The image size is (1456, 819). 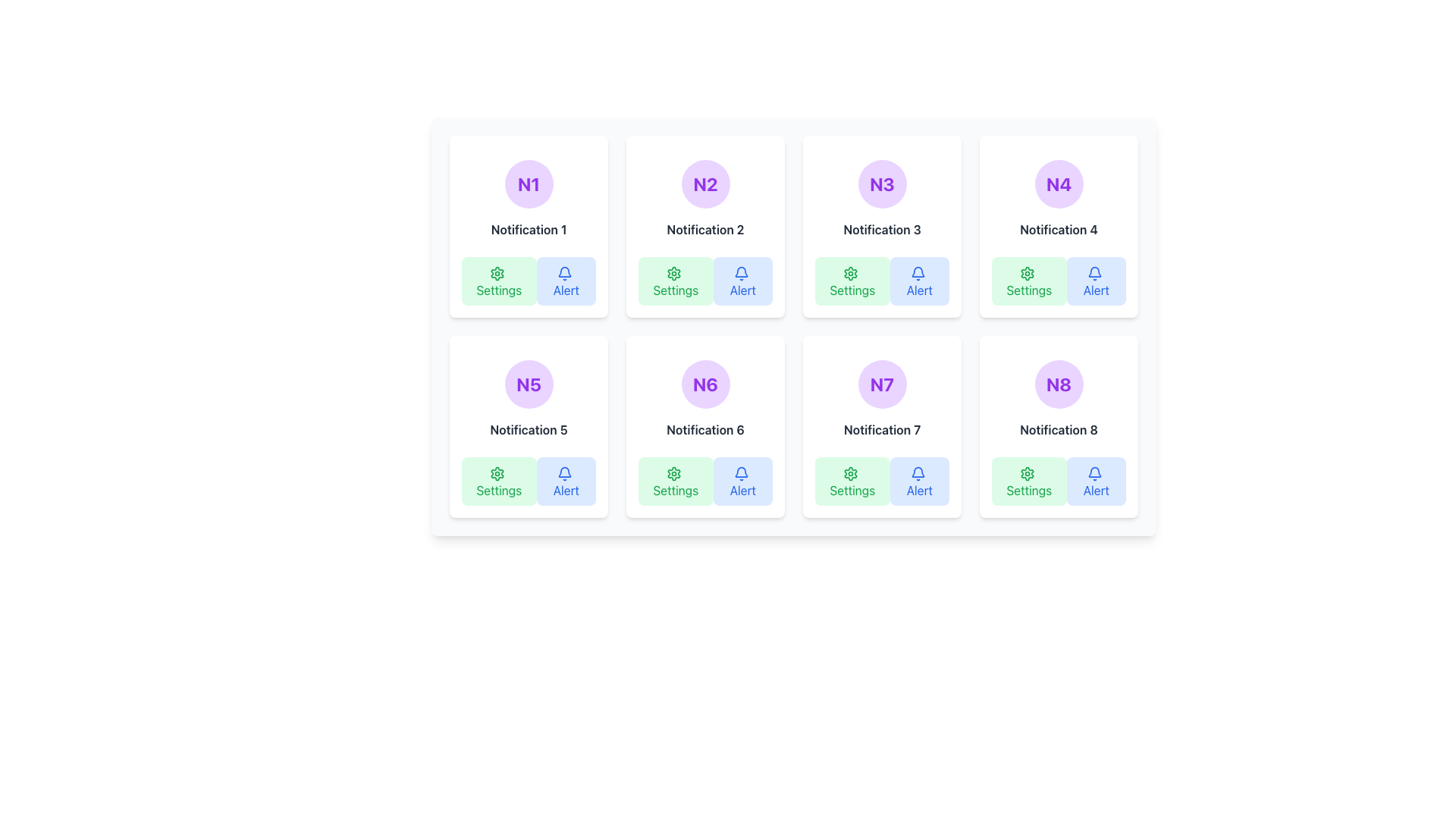 I want to click on the settings icon located in the bottom-left corner of the 'Notification 6' card, which is positioned above the 'Settings' label, so click(x=673, y=472).